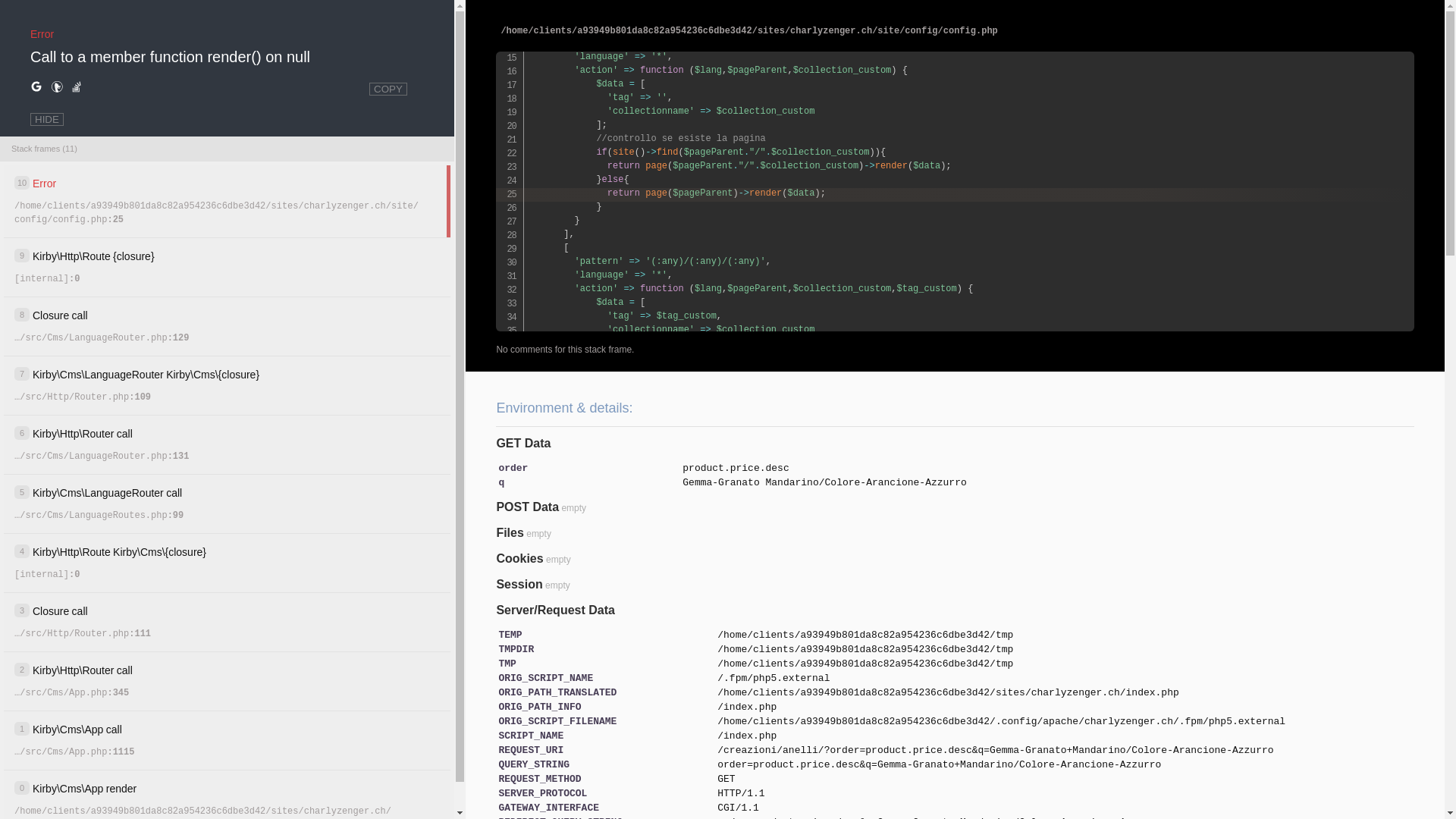 The image size is (1456, 819). What do you see at coordinates (57, 87) in the screenshot?
I see `'Search for help on DuckDuckGo.'` at bounding box center [57, 87].